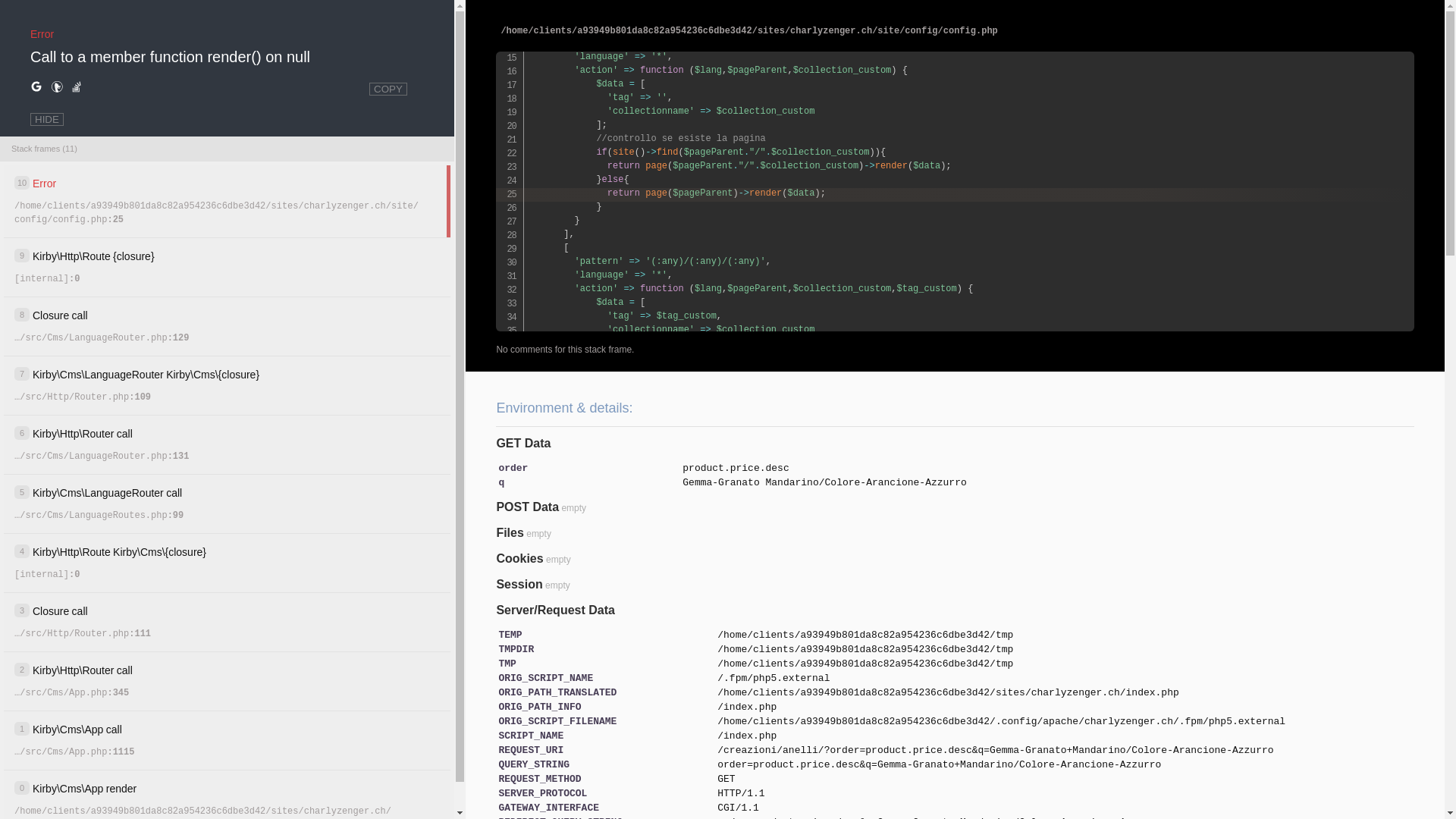 The image size is (1456, 819). What do you see at coordinates (57, 87) in the screenshot?
I see `'Search for help on DuckDuckGo.'` at bounding box center [57, 87].